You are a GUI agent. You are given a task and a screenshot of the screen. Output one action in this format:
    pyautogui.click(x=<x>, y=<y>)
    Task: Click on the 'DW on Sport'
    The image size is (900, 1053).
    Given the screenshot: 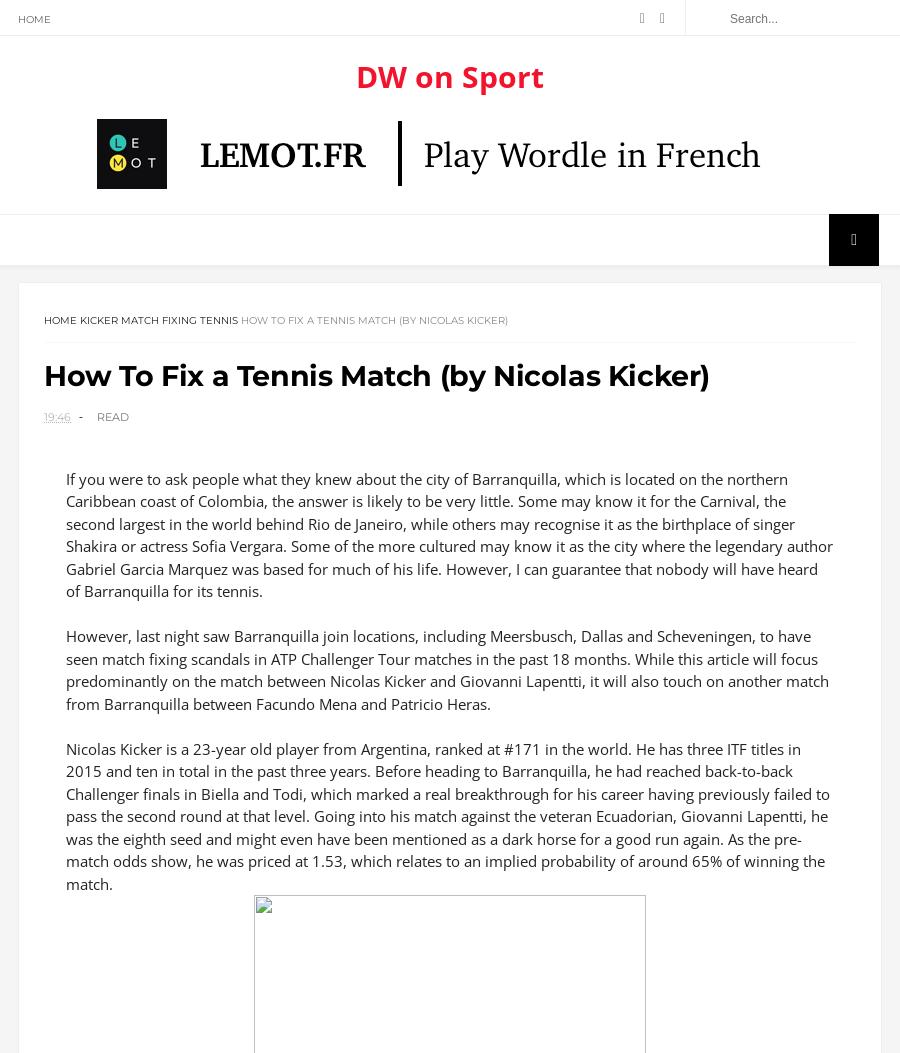 What is the action you would take?
    pyautogui.click(x=450, y=75)
    